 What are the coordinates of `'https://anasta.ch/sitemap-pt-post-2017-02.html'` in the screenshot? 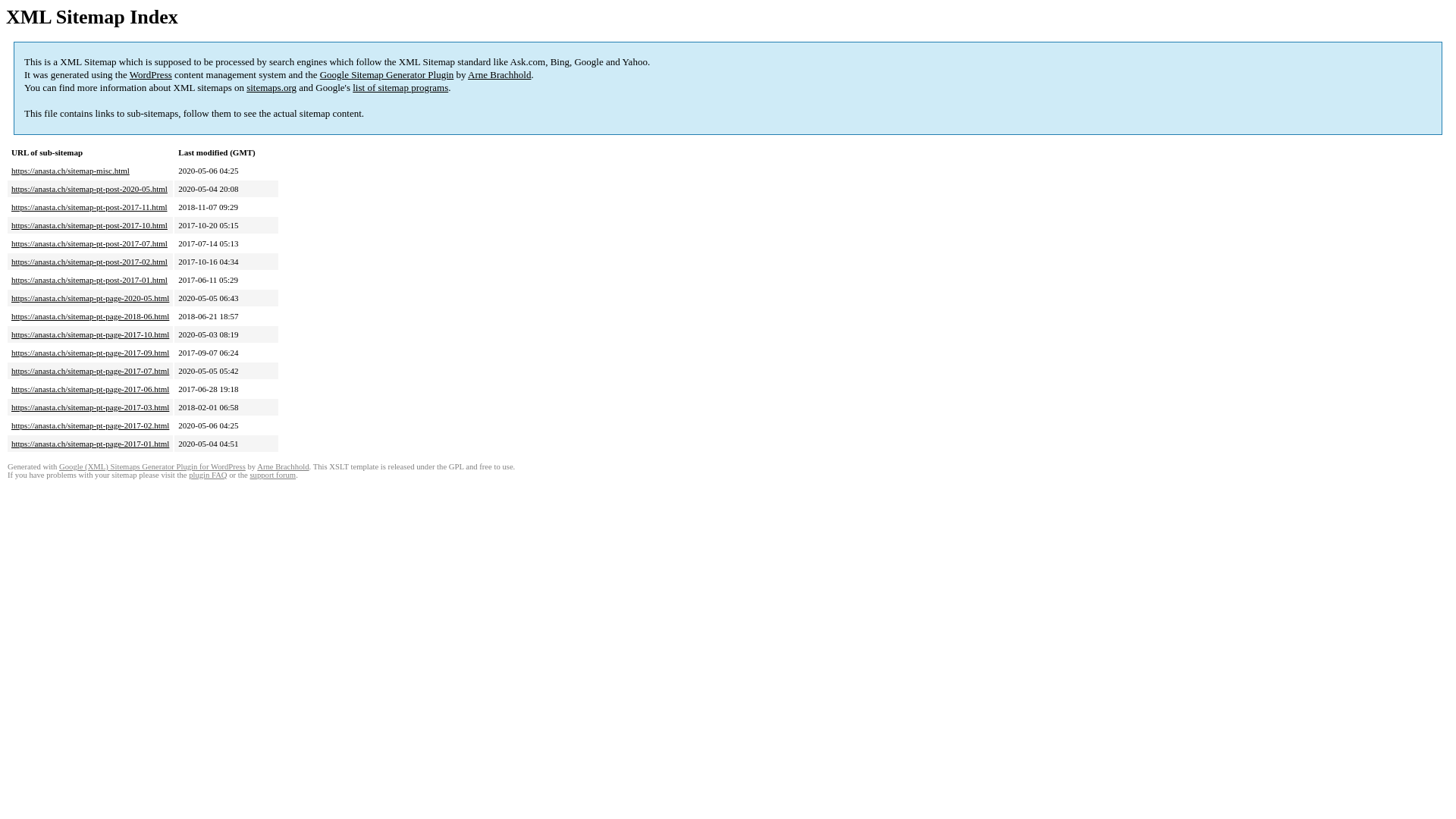 It's located at (89, 260).